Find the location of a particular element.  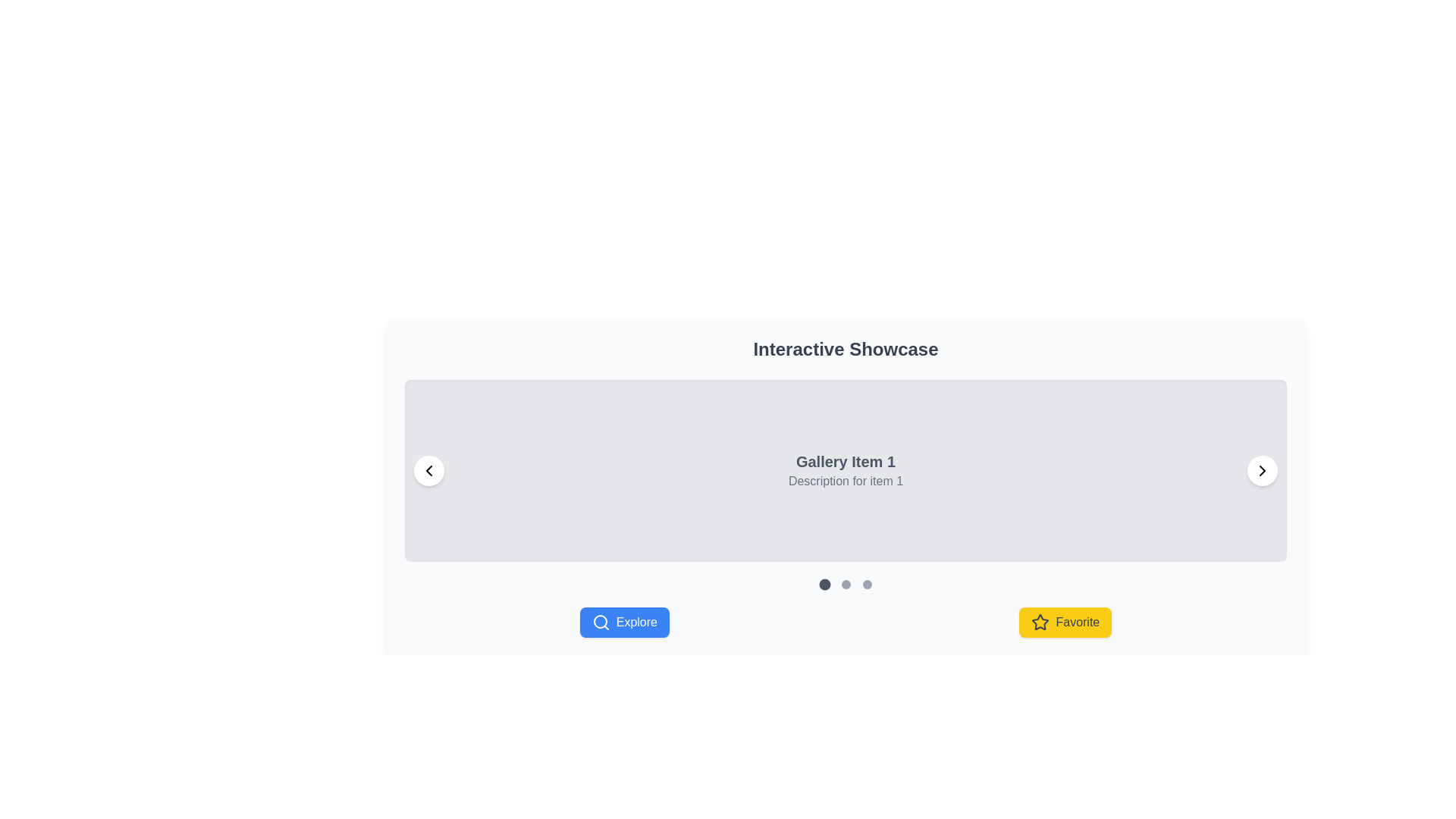

the third circular Interactive Indicator, which is styled with a gray background is located at coordinates (867, 584).